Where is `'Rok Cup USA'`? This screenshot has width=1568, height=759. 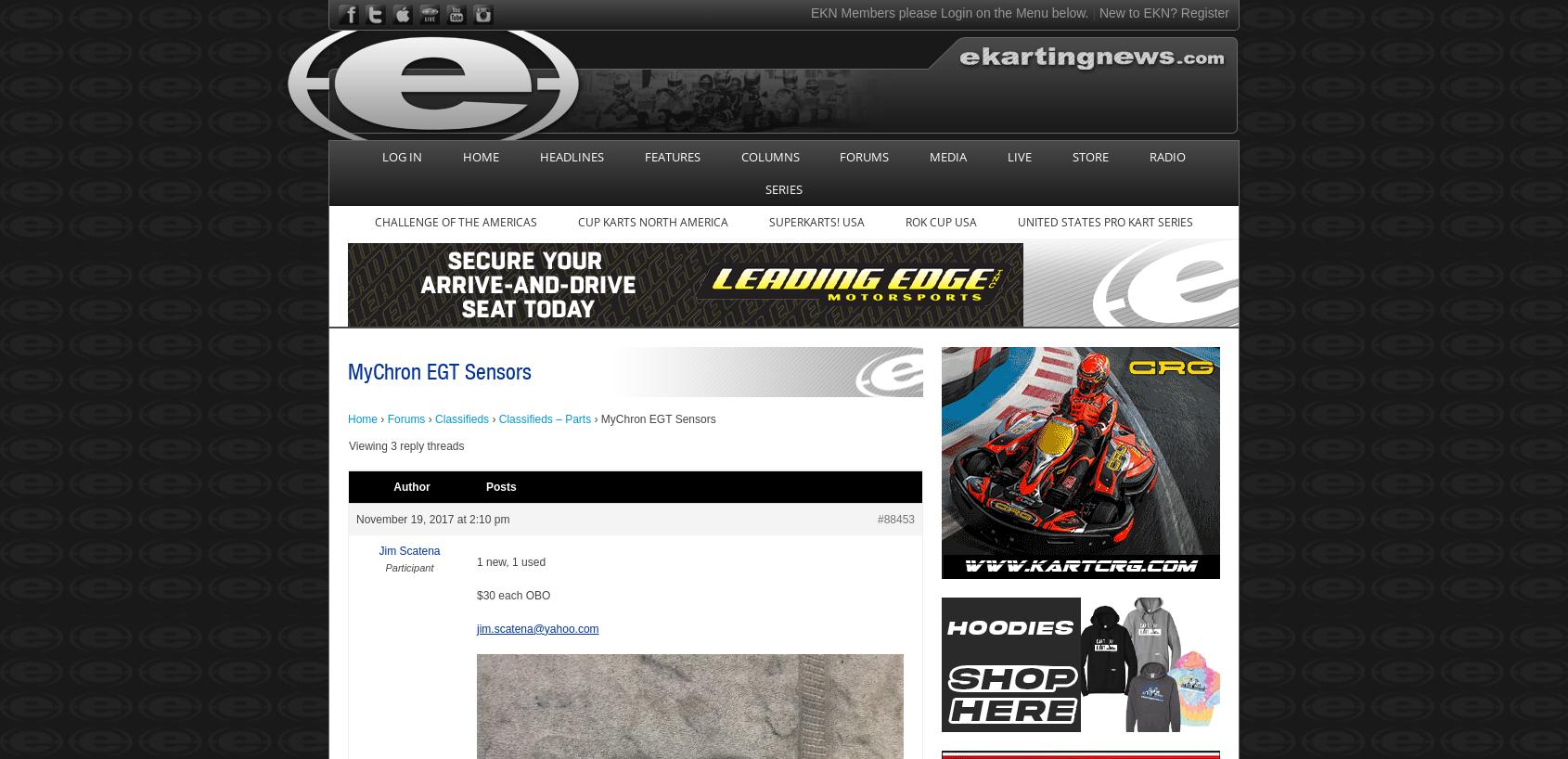 'Rok Cup USA' is located at coordinates (940, 222).